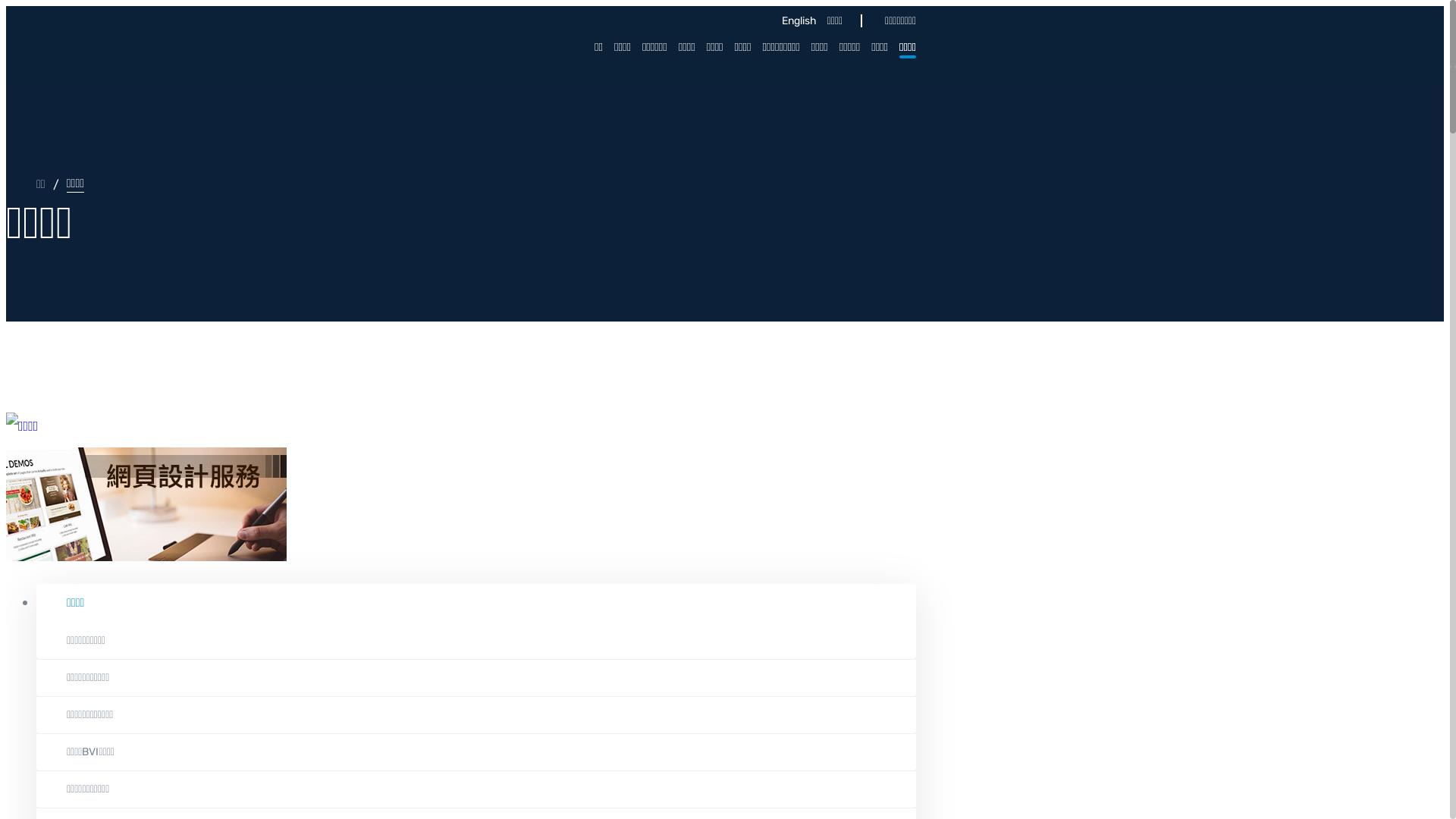 The width and height of the screenshot is (1456, 819). Describe the element at coordinates (795, 20) in the screenshot. I see `'English'` at that location.